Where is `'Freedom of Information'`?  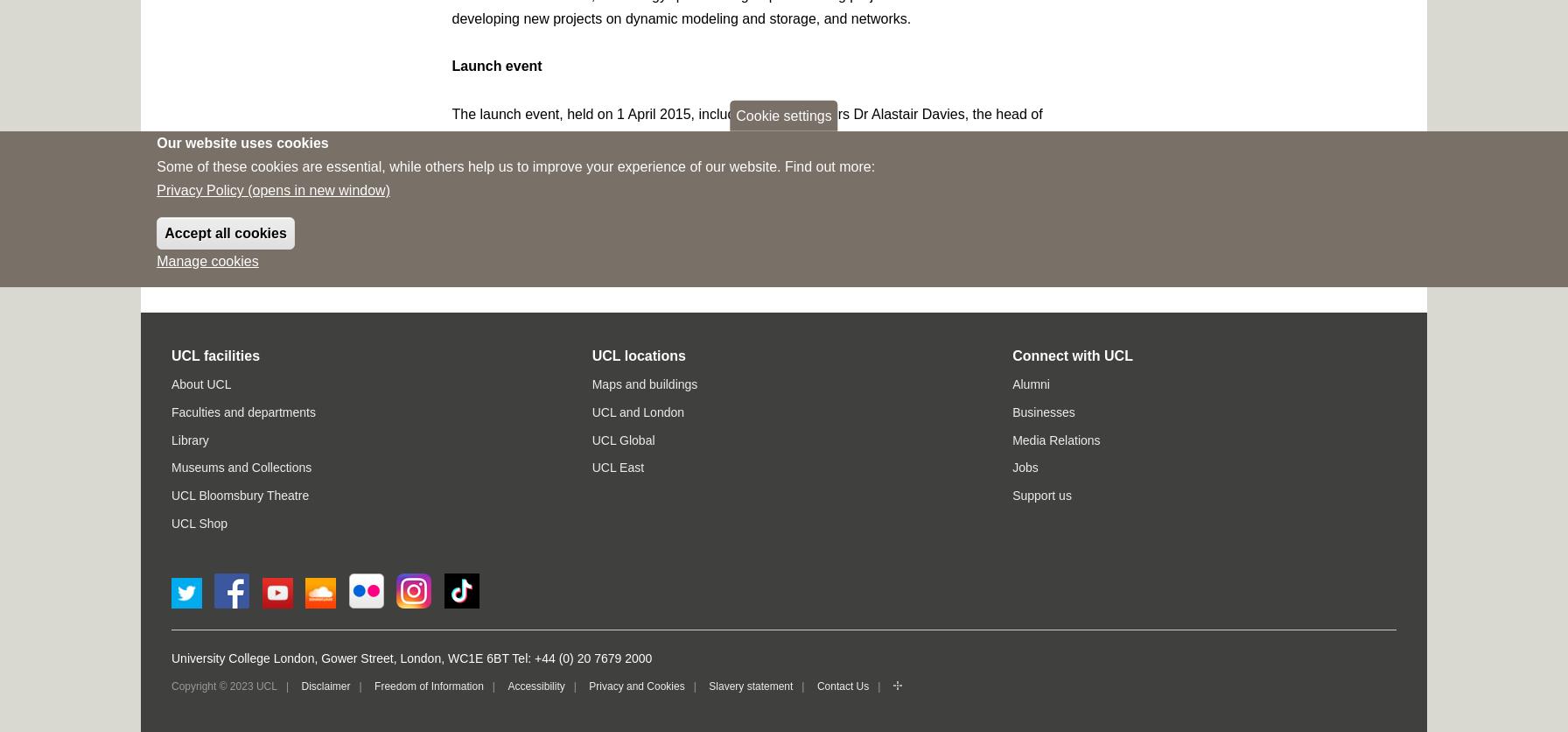
'Freedom of Information' is located at coordinates (428, 684).